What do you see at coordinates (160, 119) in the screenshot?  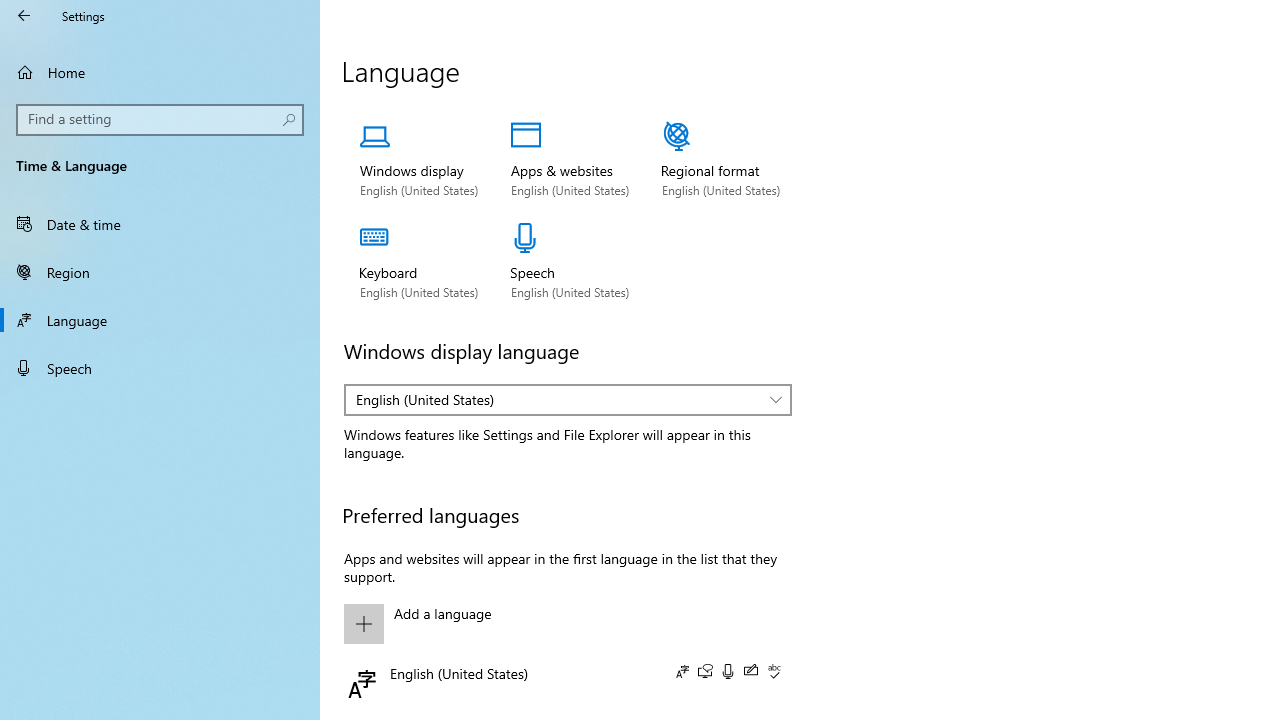 I see `'Search box, Find a setting'` at bounding box center [160, 119].